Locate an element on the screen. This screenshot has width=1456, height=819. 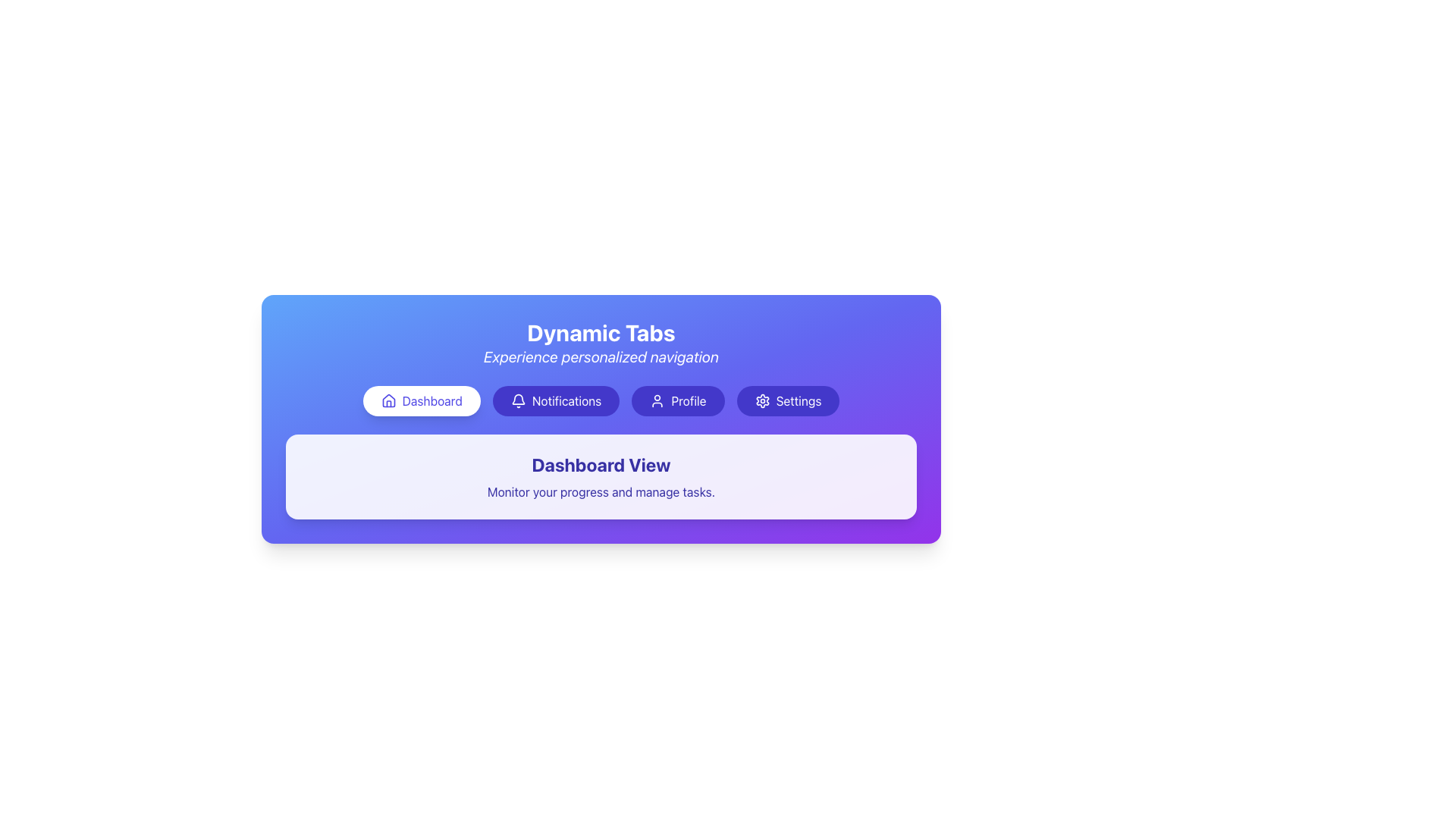
the 'Profile' icon, which is a person outline styled as a vector graphic in white on a blue background is located at coordinates (657, 400).